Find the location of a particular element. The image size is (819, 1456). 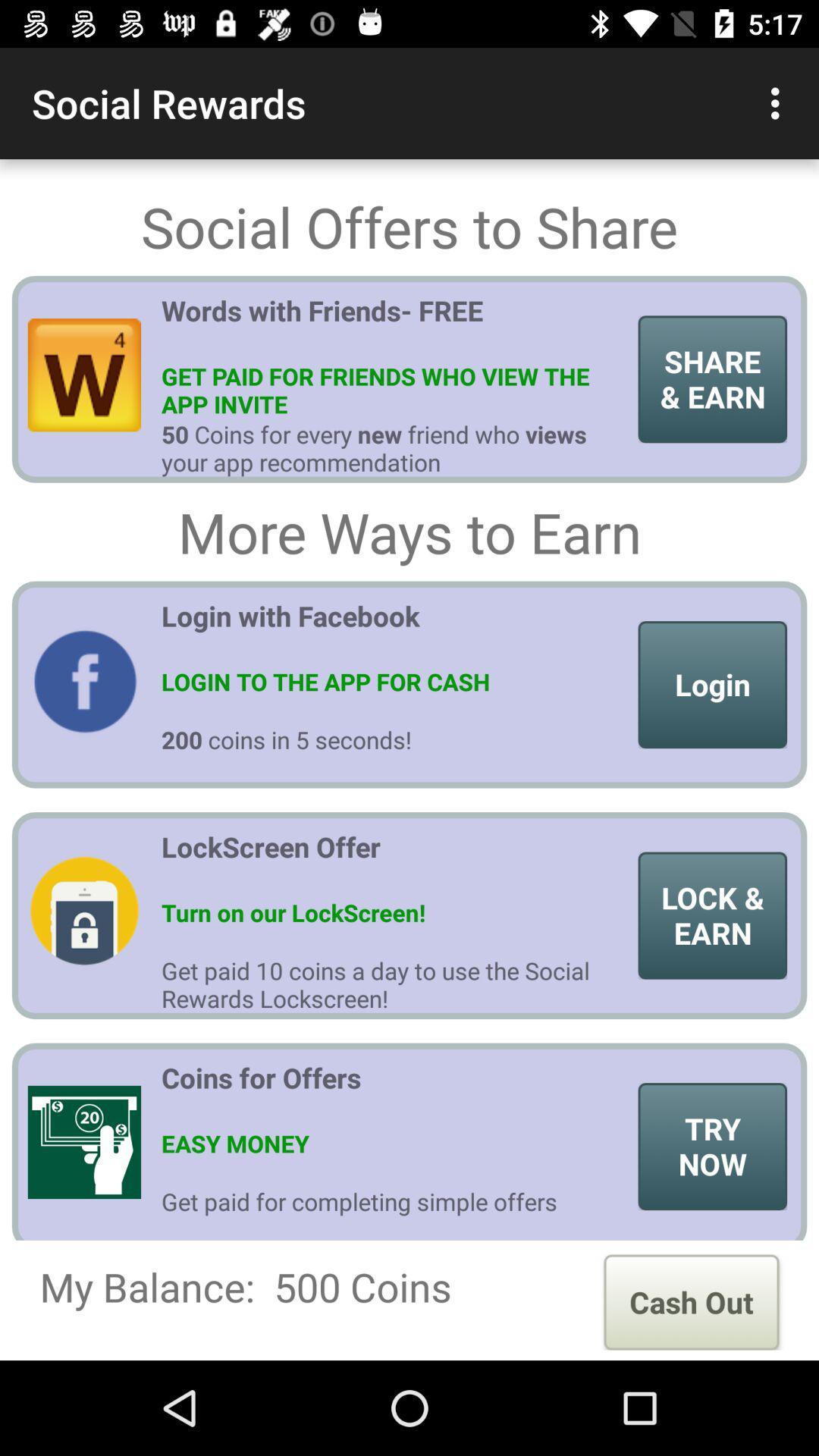

the item to the right of lockscreen offer icon is located at coordinates (712, 915).